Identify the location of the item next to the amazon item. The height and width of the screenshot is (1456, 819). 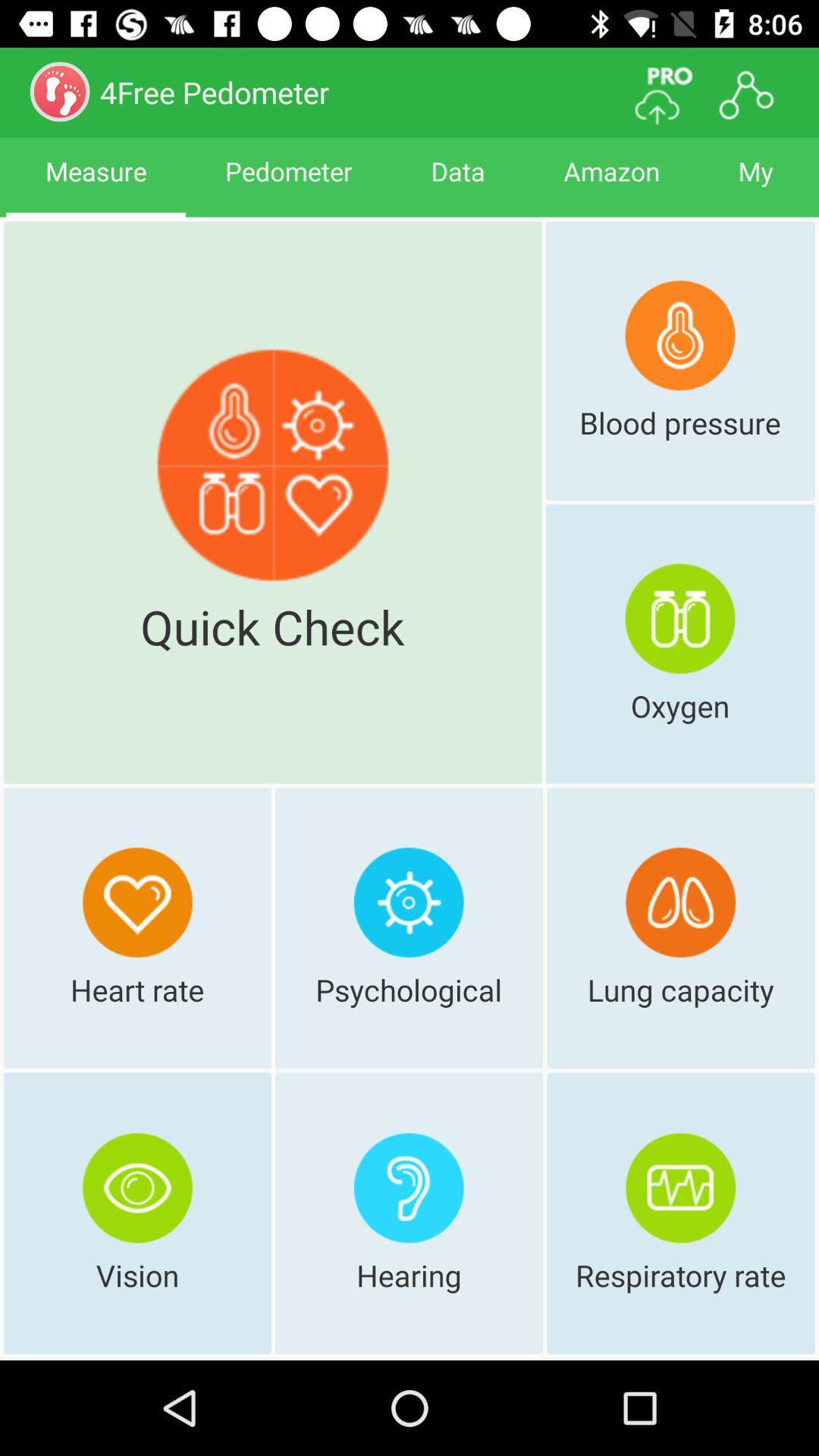
(755, 184).